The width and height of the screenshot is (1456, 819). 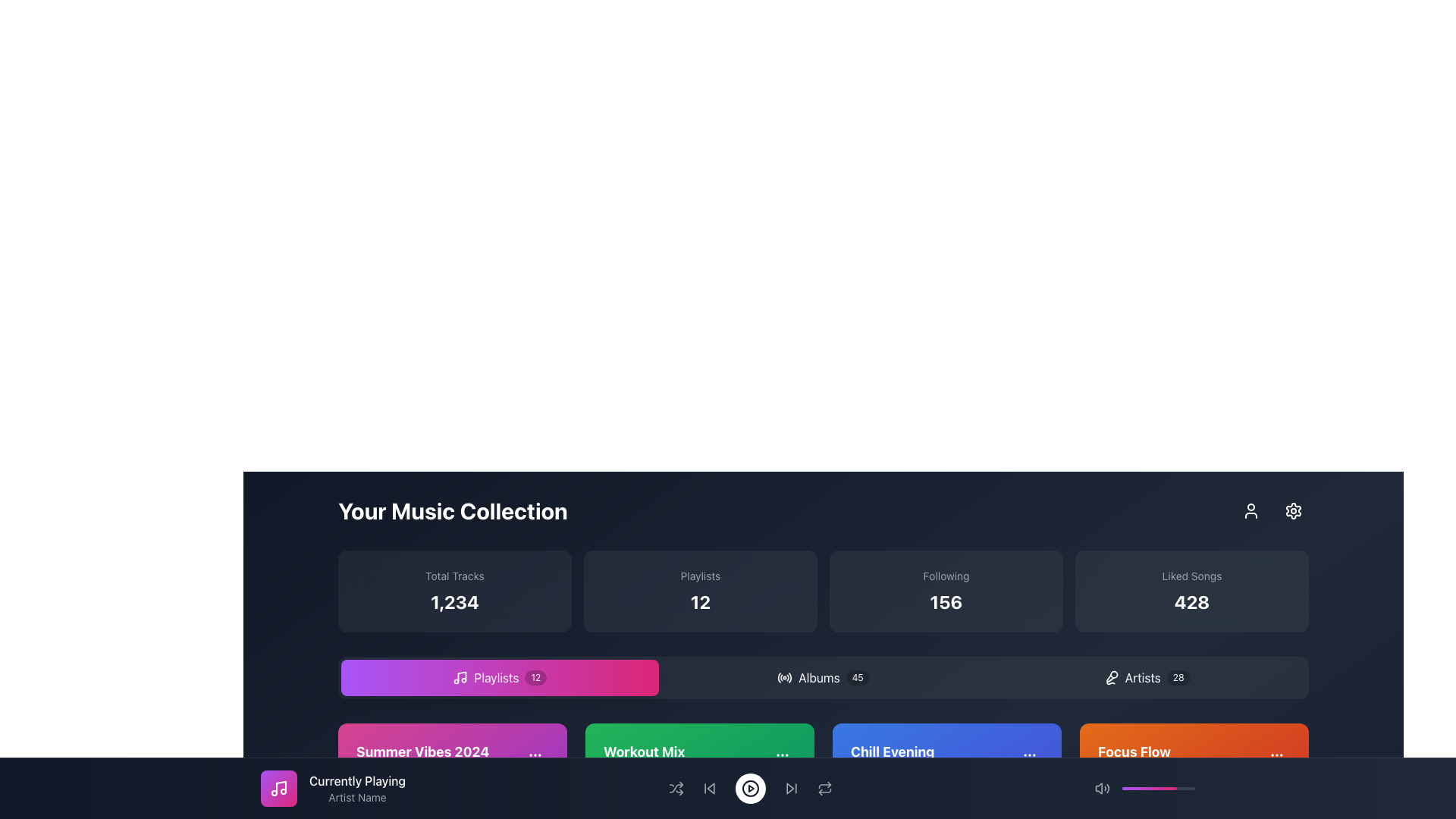 I want to click on the 'Albums' text label, so click(x=818, y=677).